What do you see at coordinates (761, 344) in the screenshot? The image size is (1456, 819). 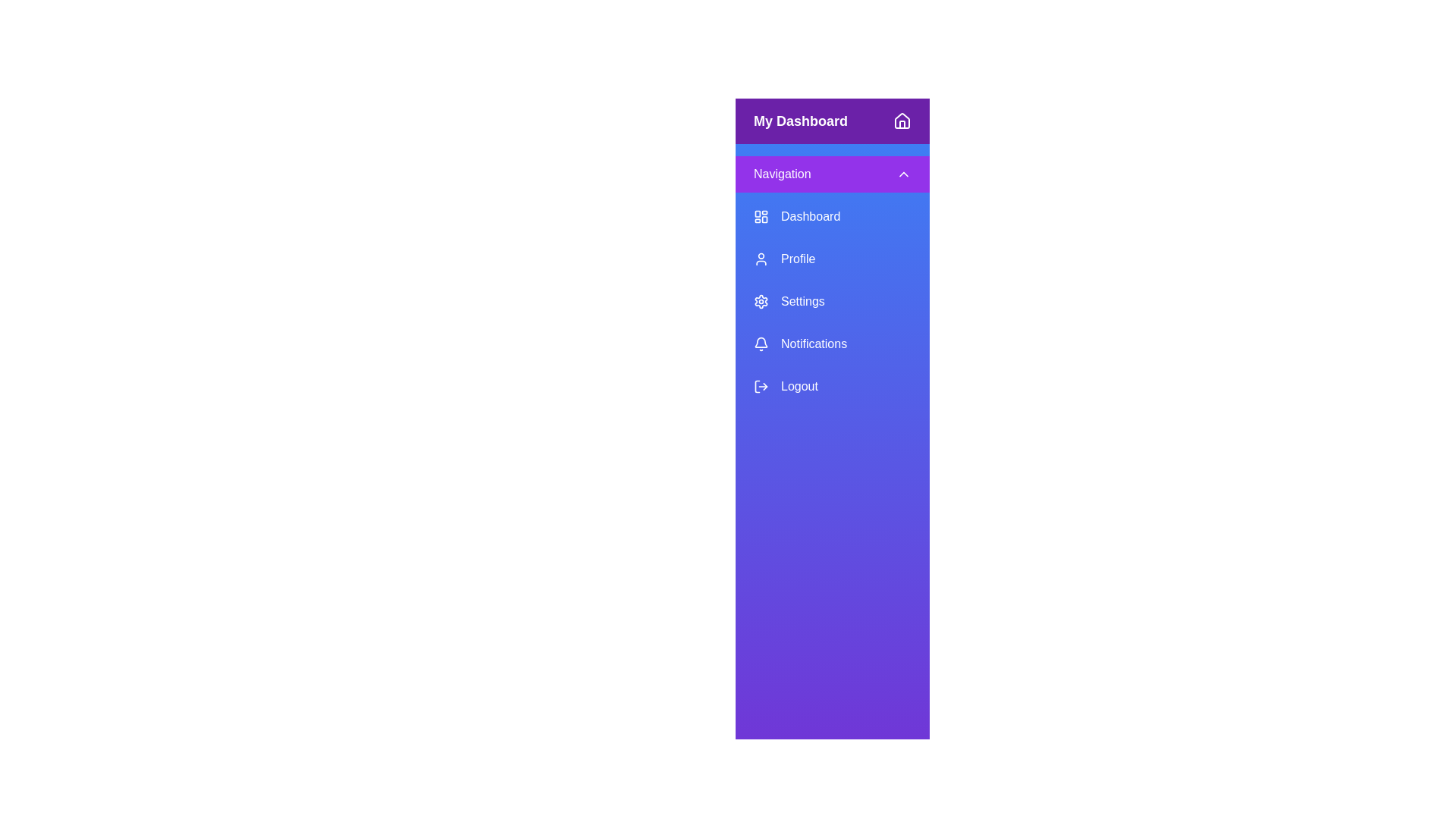 I see `the bell icon in the Notifications section of the left-hand navigation menu` at bounding box center [761, 344].